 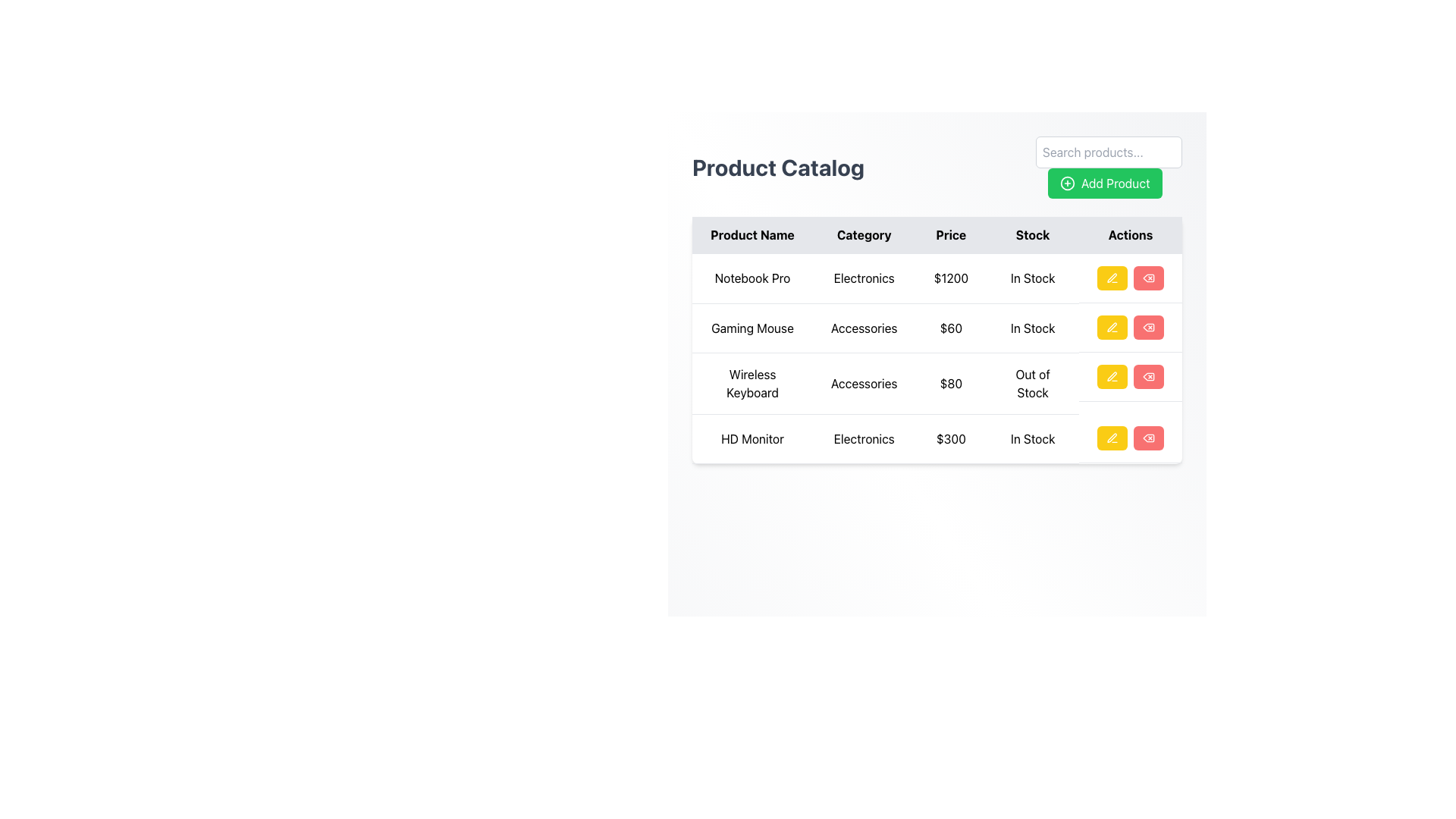 I want to click on the Text Label that serves as a header for the 'Stock' column, which is located between the 'Price' and 'Actions' headers in the table, so click(x=1032, y=235).